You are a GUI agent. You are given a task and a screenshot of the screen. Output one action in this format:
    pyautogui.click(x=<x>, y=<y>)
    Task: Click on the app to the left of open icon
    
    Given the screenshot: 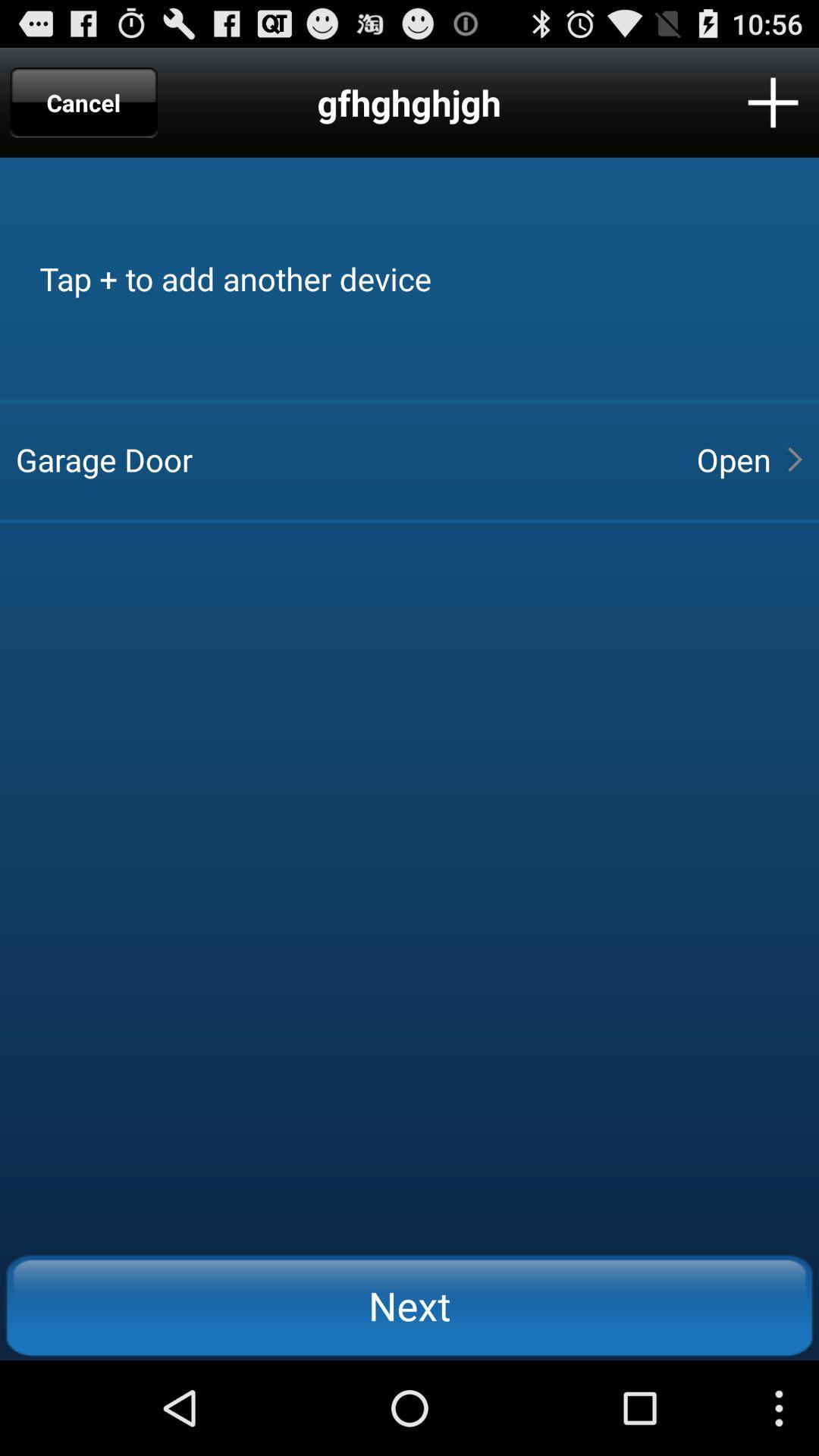 What is the action you would take?
    pyautogui.click(x=343, y=458)
    